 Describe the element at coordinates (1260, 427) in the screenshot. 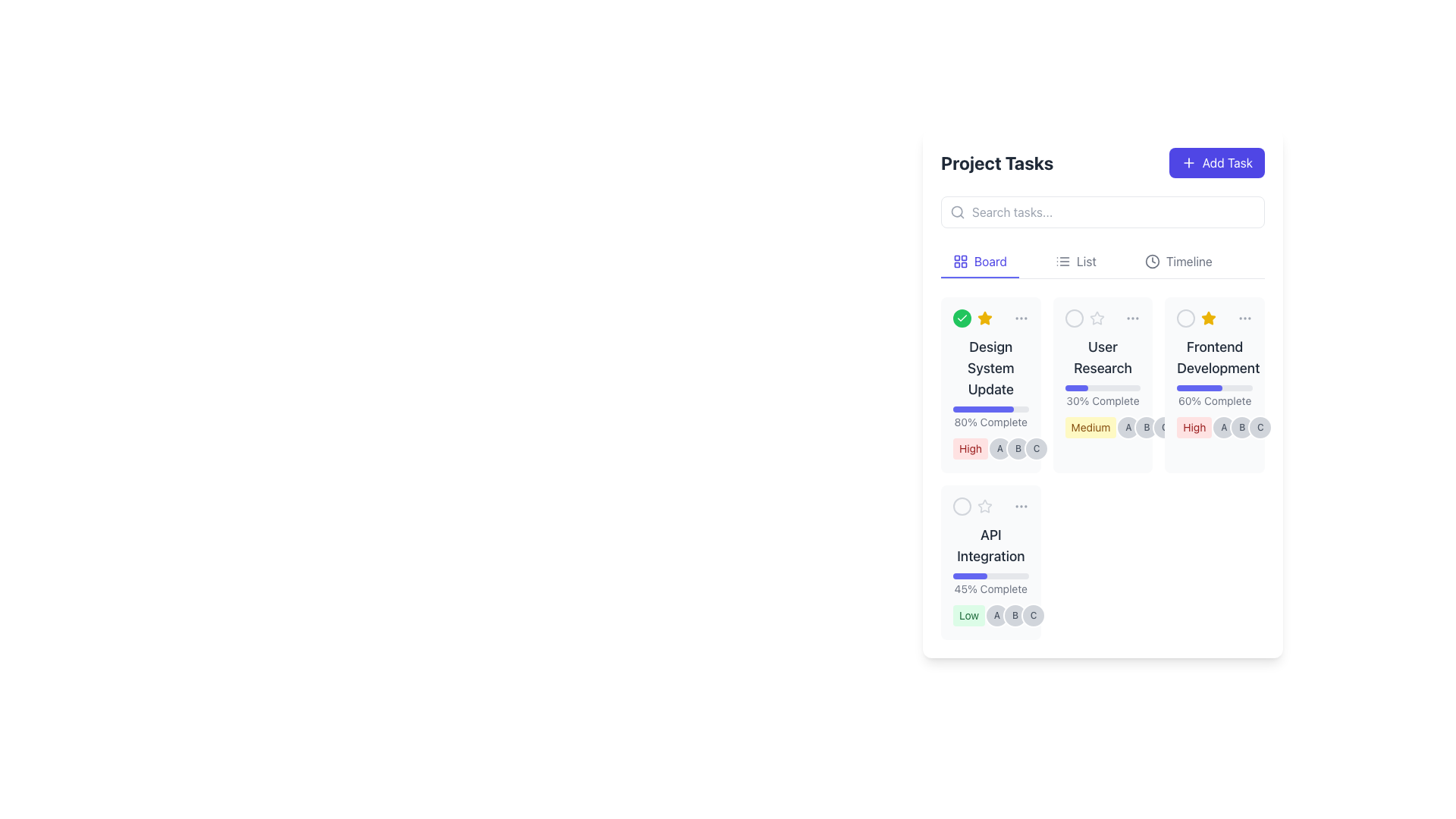

I see `the information represented by the circular Avatar or Badge labeled 'C', which has a light gray background, a white border, and is positioned as the third circle from the left under the 'Project Tasks' section` at that location.